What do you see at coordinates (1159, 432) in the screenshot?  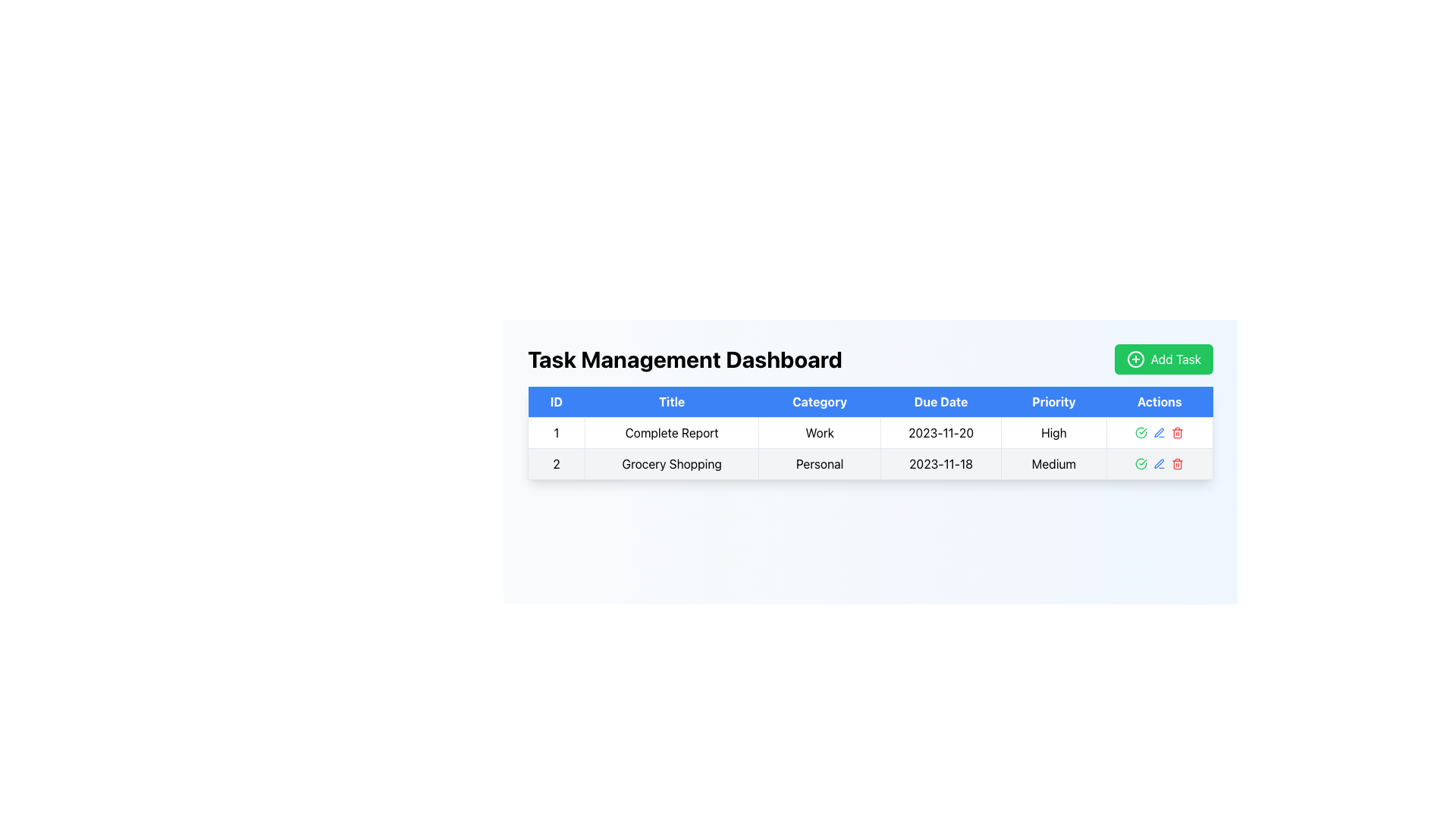 I see `the small blue pen icon in the action panel for task management to trigger the color change effect` at bounding box center [1159, 432].